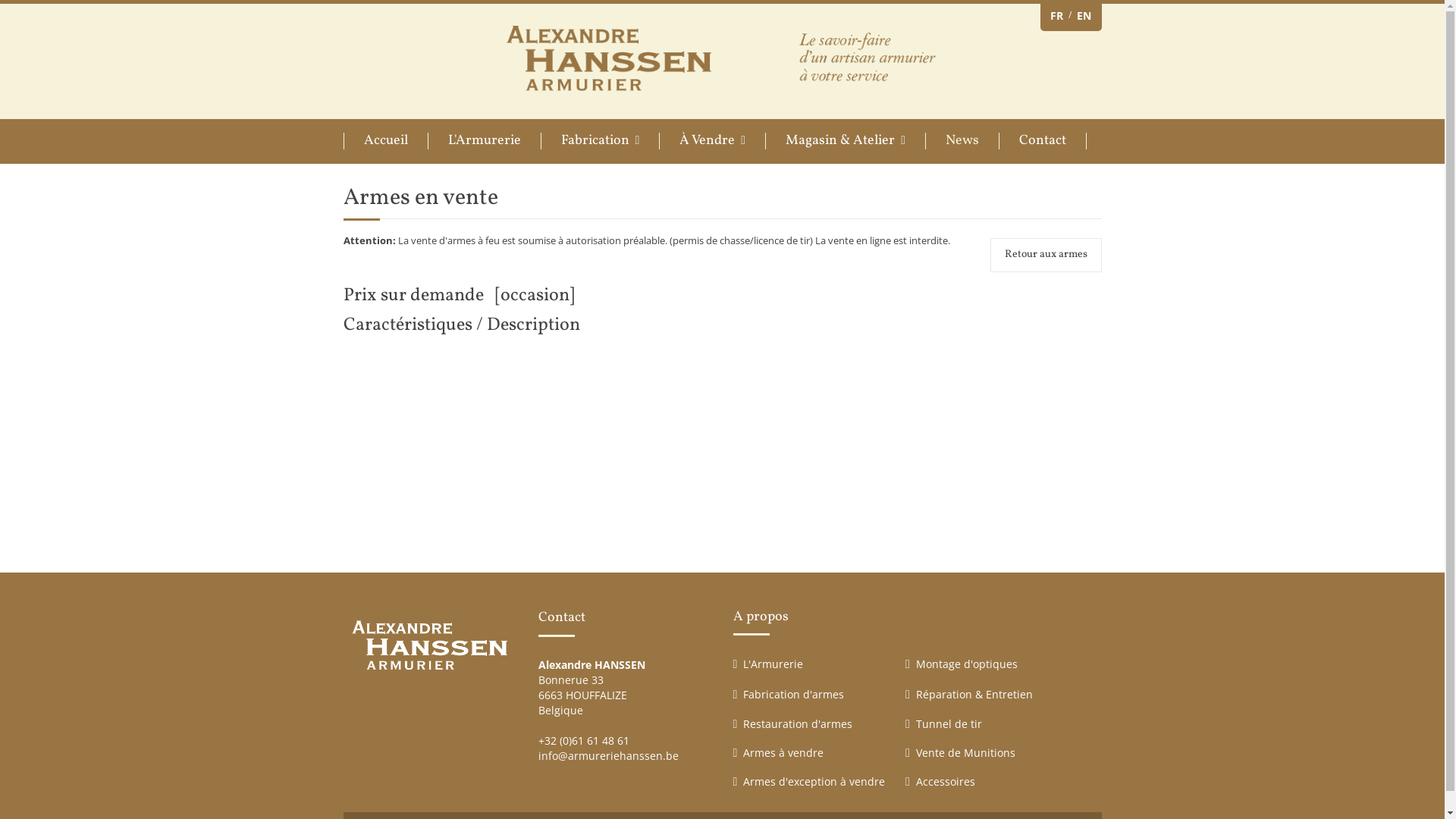  What do you see at coordinates (608, 755) in the screenshot?
I see `'info@armureriehanssen.be'` at bounding box center [608, 755].